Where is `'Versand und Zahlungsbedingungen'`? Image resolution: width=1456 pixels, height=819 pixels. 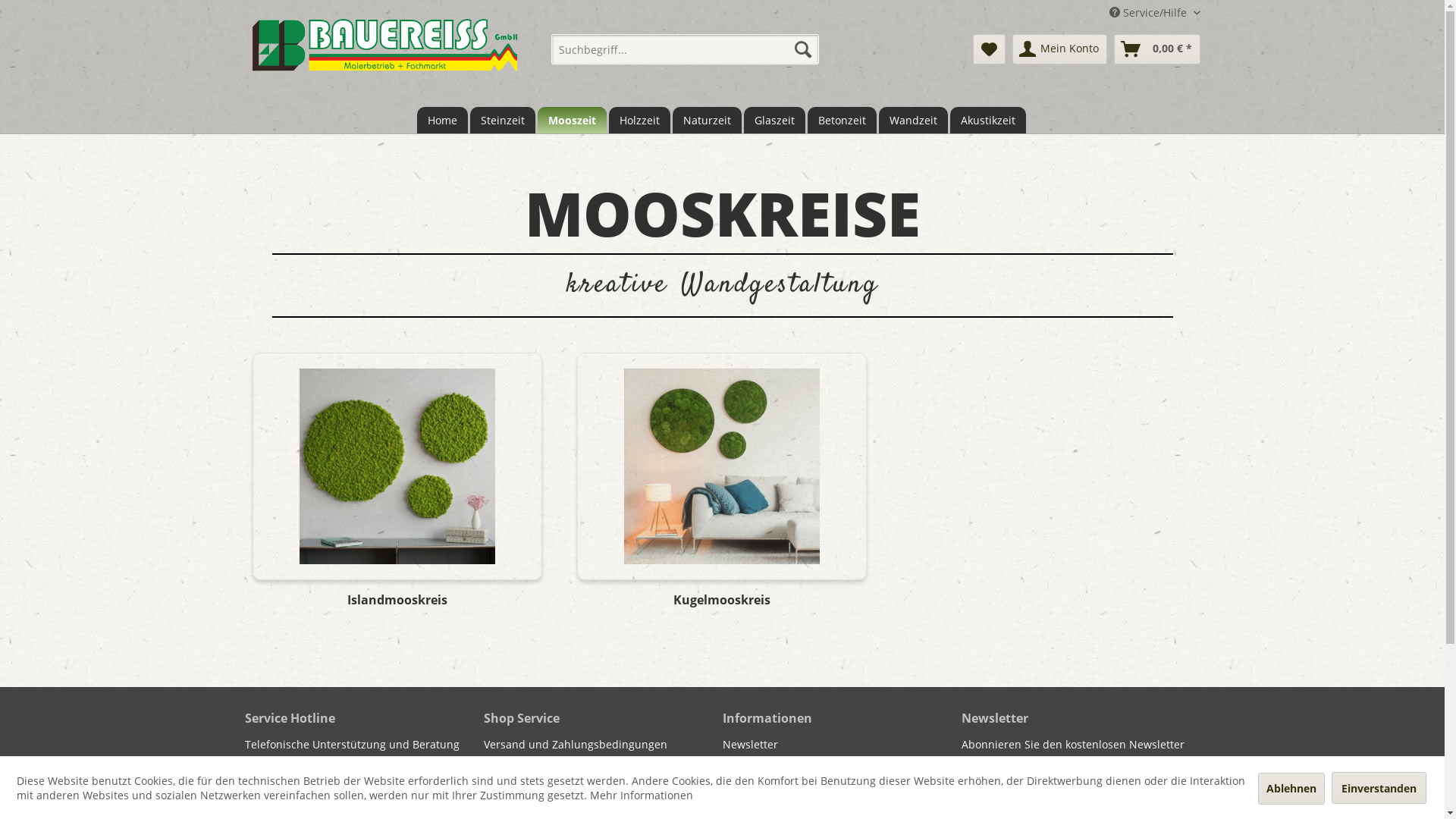
'Versand und Zahlungsbedingungen' is located at coordinates (598, 744).